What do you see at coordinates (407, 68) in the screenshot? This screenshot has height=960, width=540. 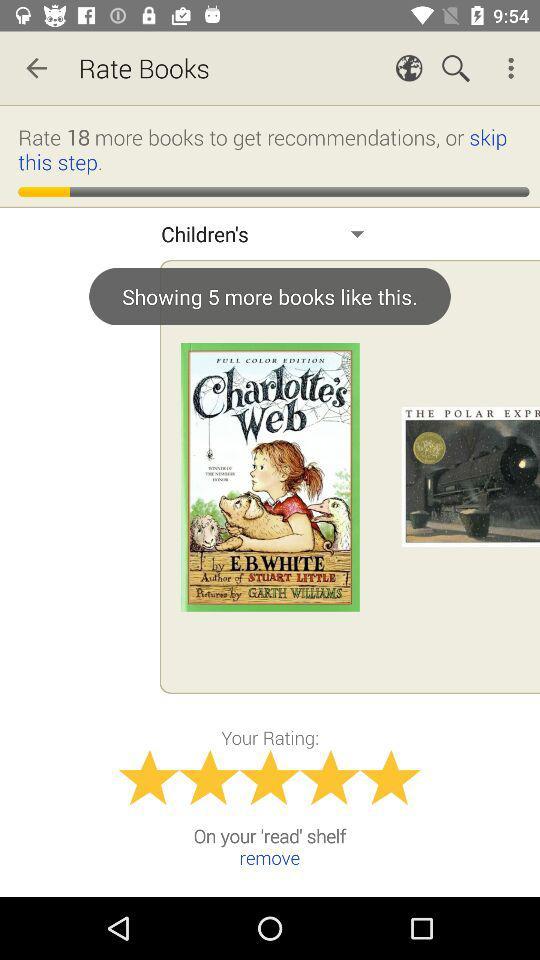 I see `icon which on left to search icon` at bounding box center [407, 68].